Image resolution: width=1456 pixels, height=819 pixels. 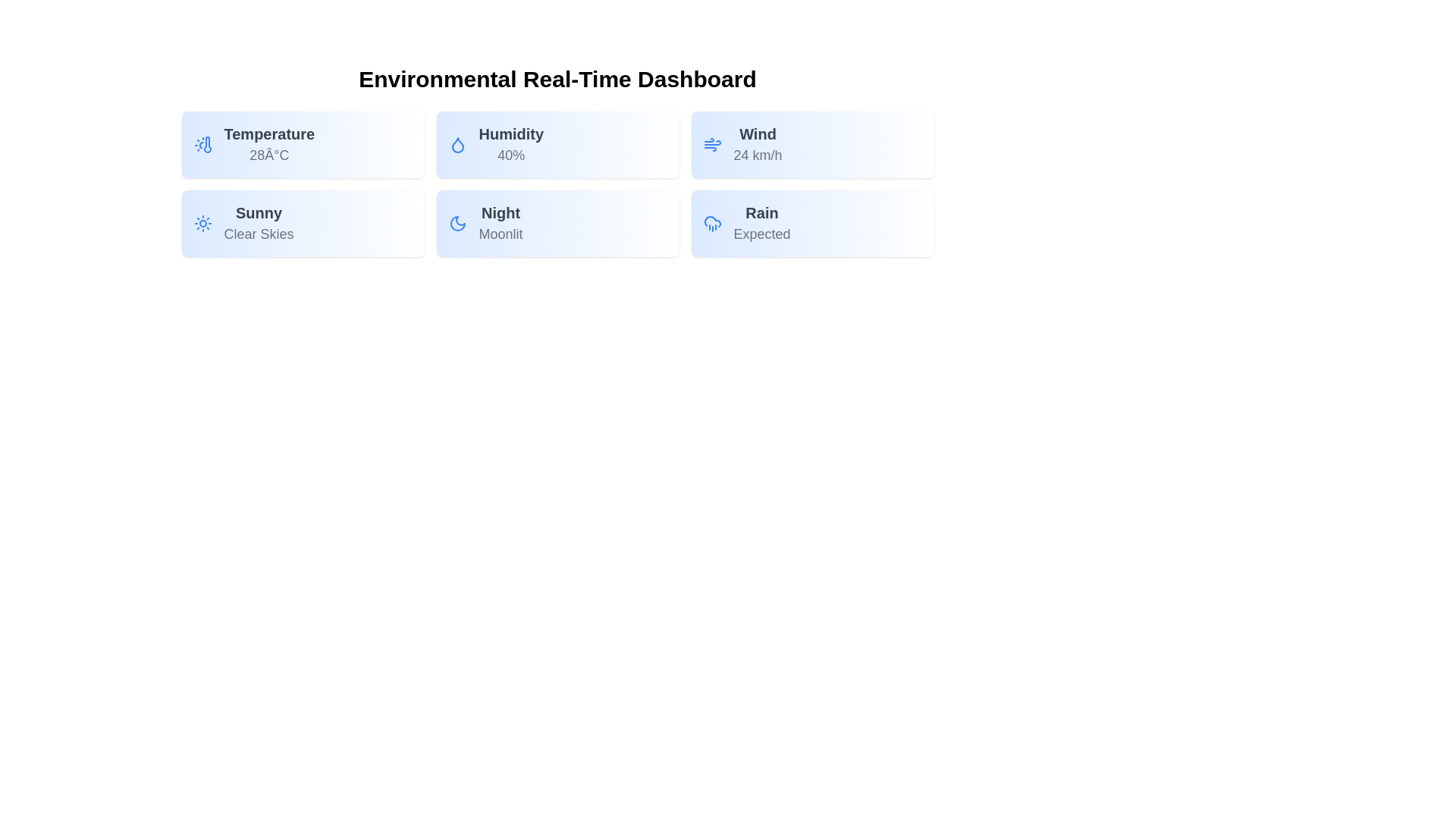 I want to click on the weather status card titled 'Night' with the subtitle 'Moonlit', located in the second row and second column of the grid layout, so click(x=557, y=223).